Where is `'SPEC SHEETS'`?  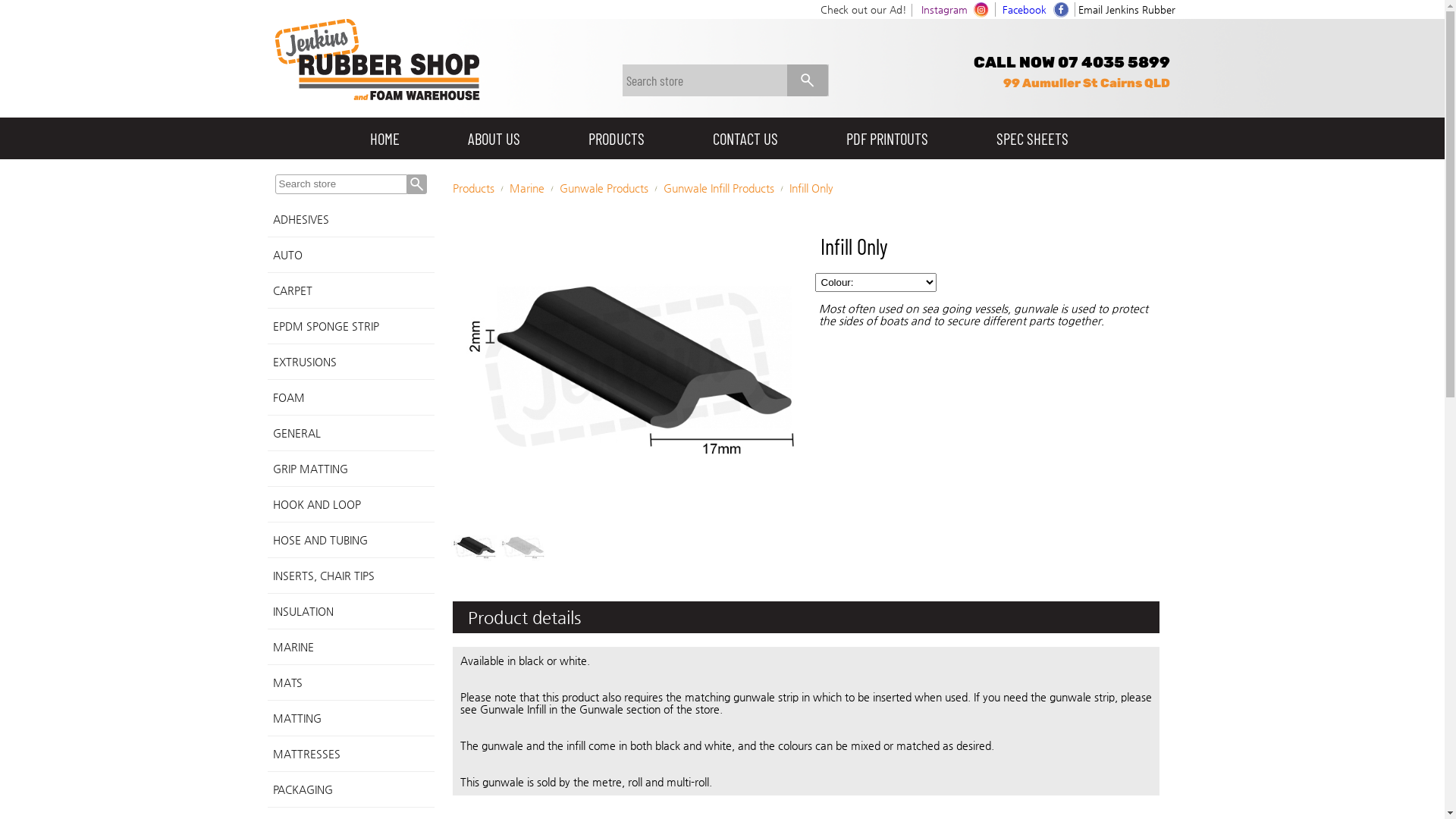 'SPEC SHEETS' is located at coordinates (1031, 138).